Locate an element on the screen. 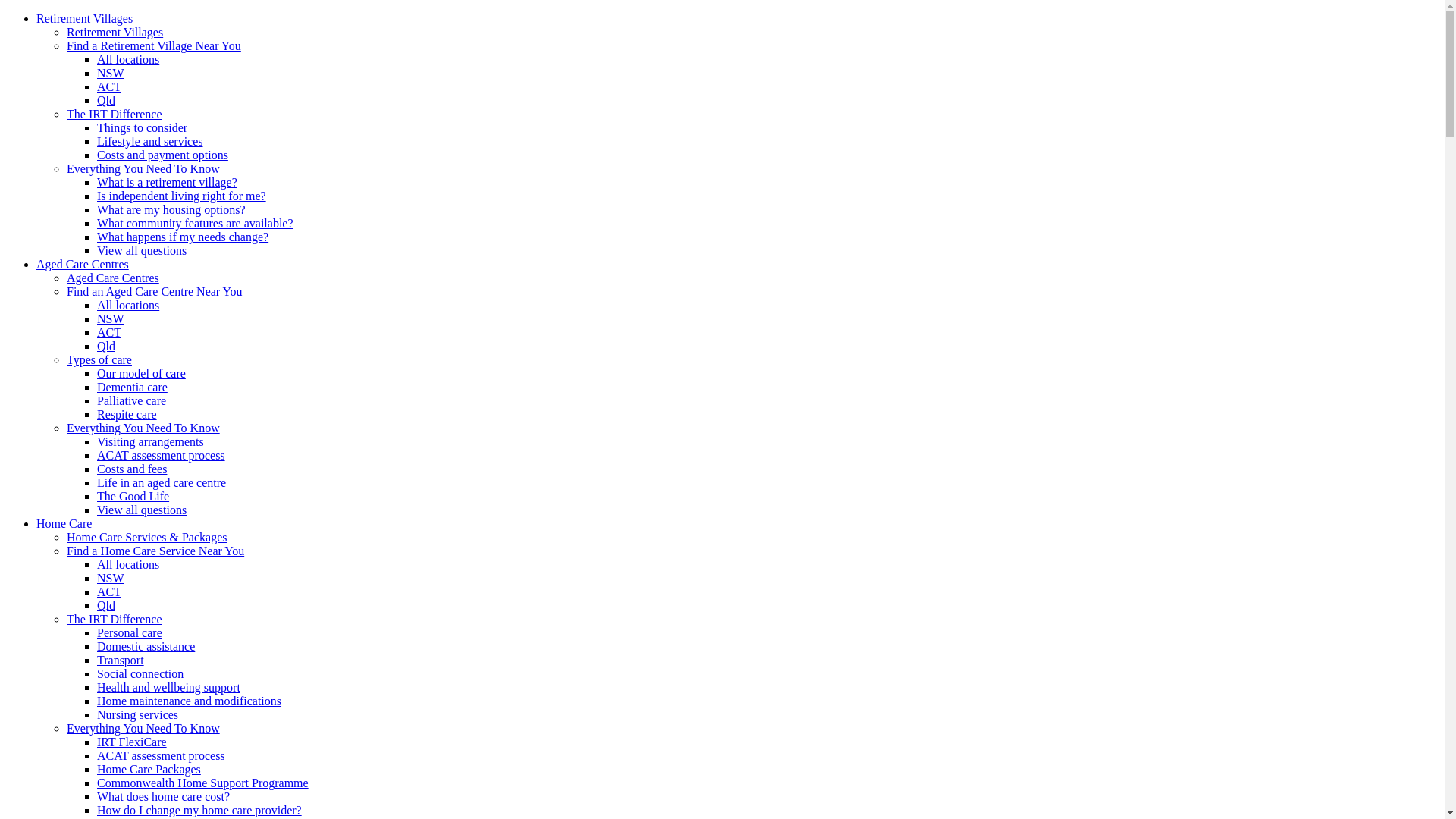 The image size is (1456, 819). 'Transport' is located at coordinates (96, 659).